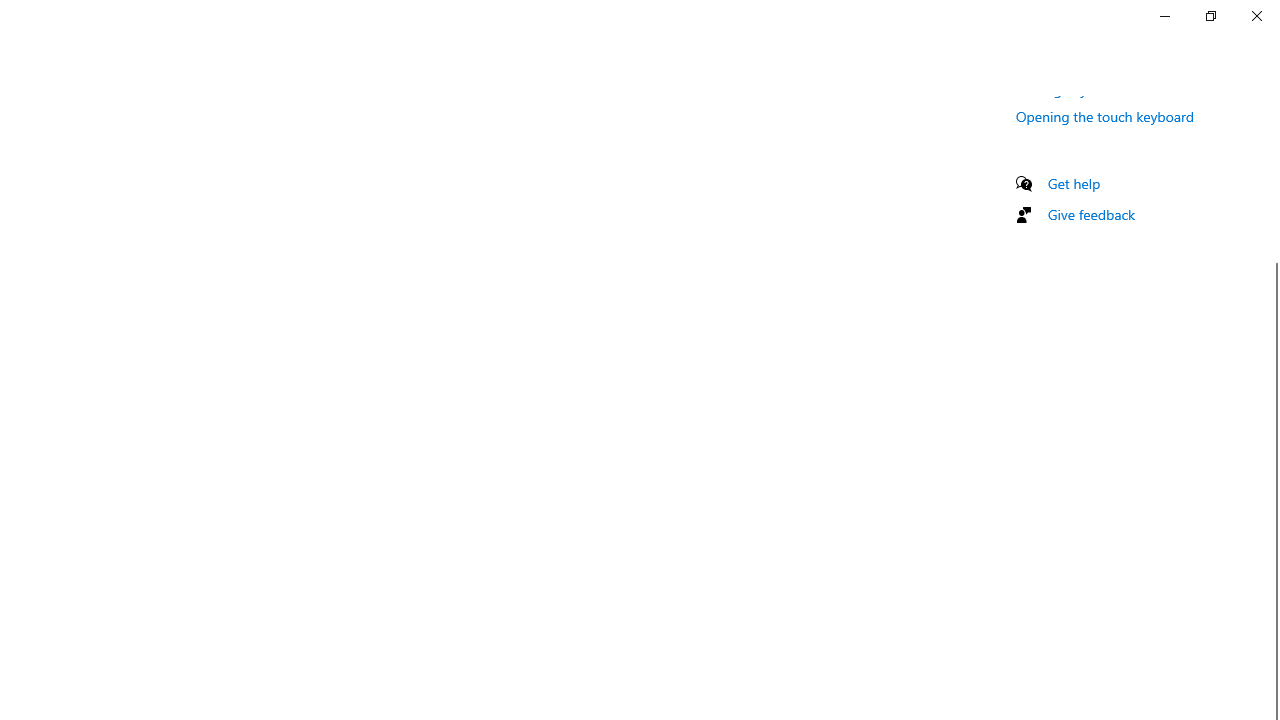 This screenshot has width=1280, height=720. Describe the element at coordinates (1209, 15) in the screenshot. I see `'Restore Settings'` at that location.